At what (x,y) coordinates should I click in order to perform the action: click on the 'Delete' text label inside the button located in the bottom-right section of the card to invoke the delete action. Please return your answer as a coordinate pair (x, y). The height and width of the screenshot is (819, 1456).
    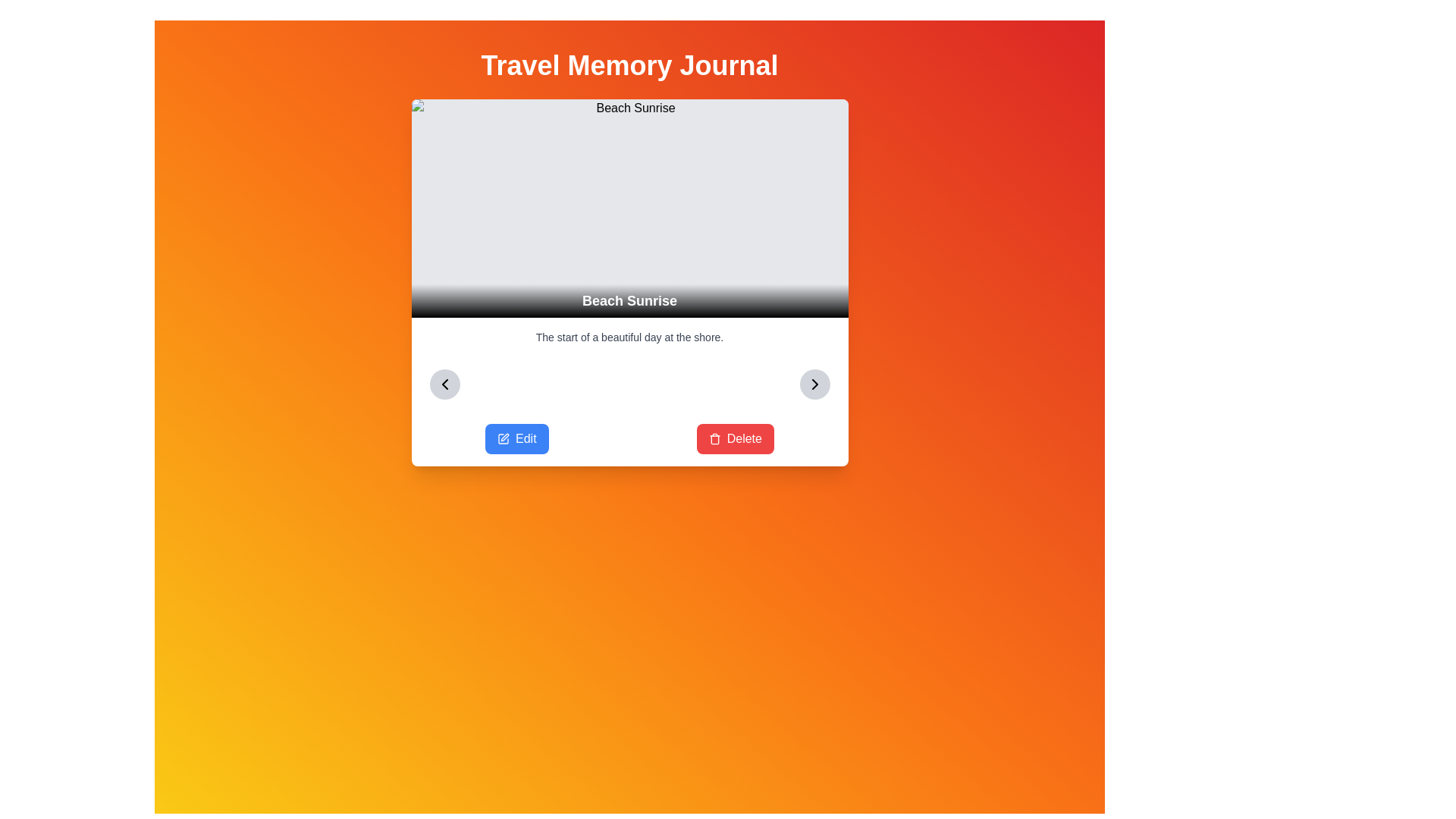
    Looking at the image, I should click on (744, 438).